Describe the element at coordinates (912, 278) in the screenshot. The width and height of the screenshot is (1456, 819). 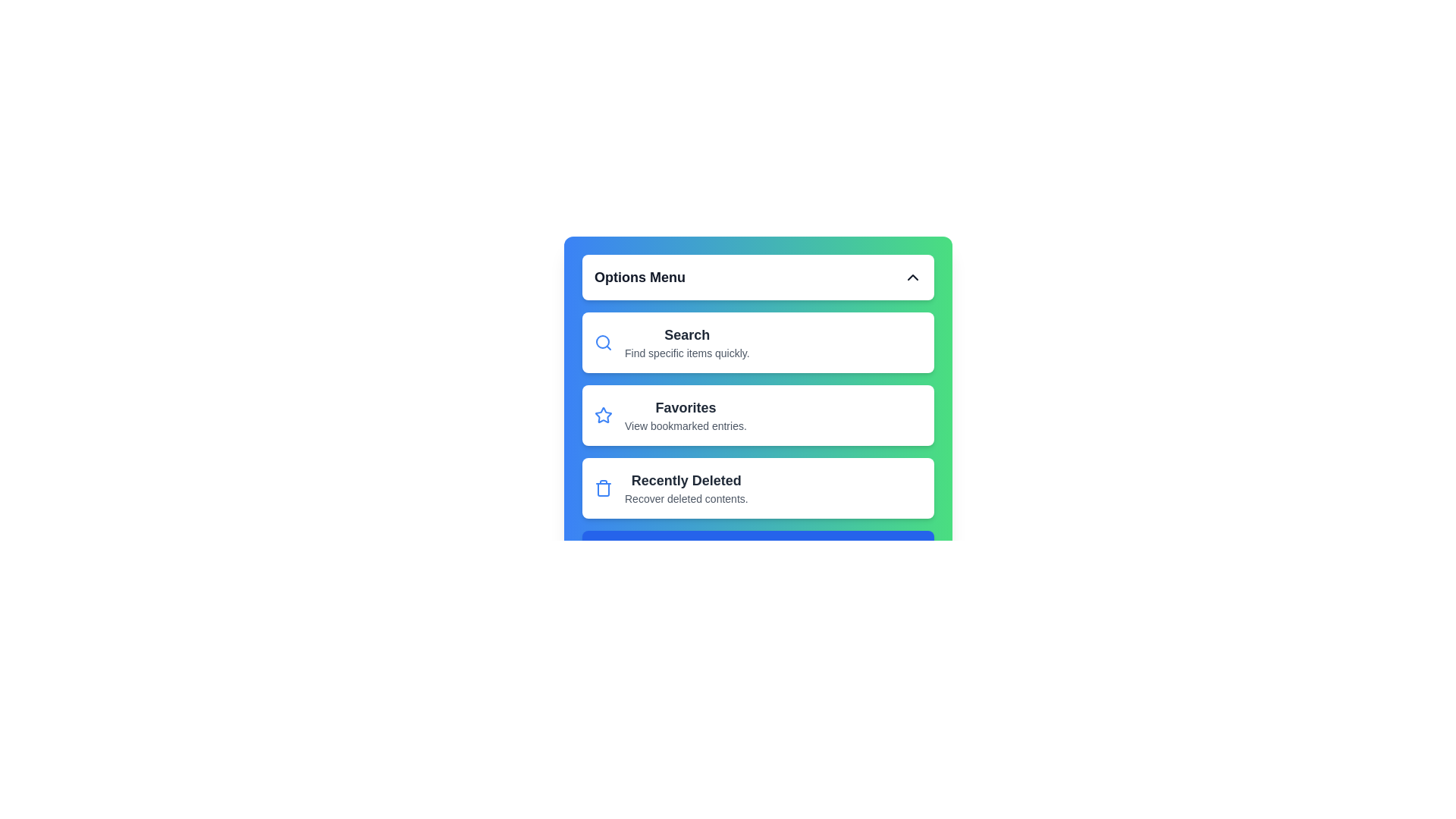
I see `the Chevron icon in the 'Options Menu' header section` at that location.